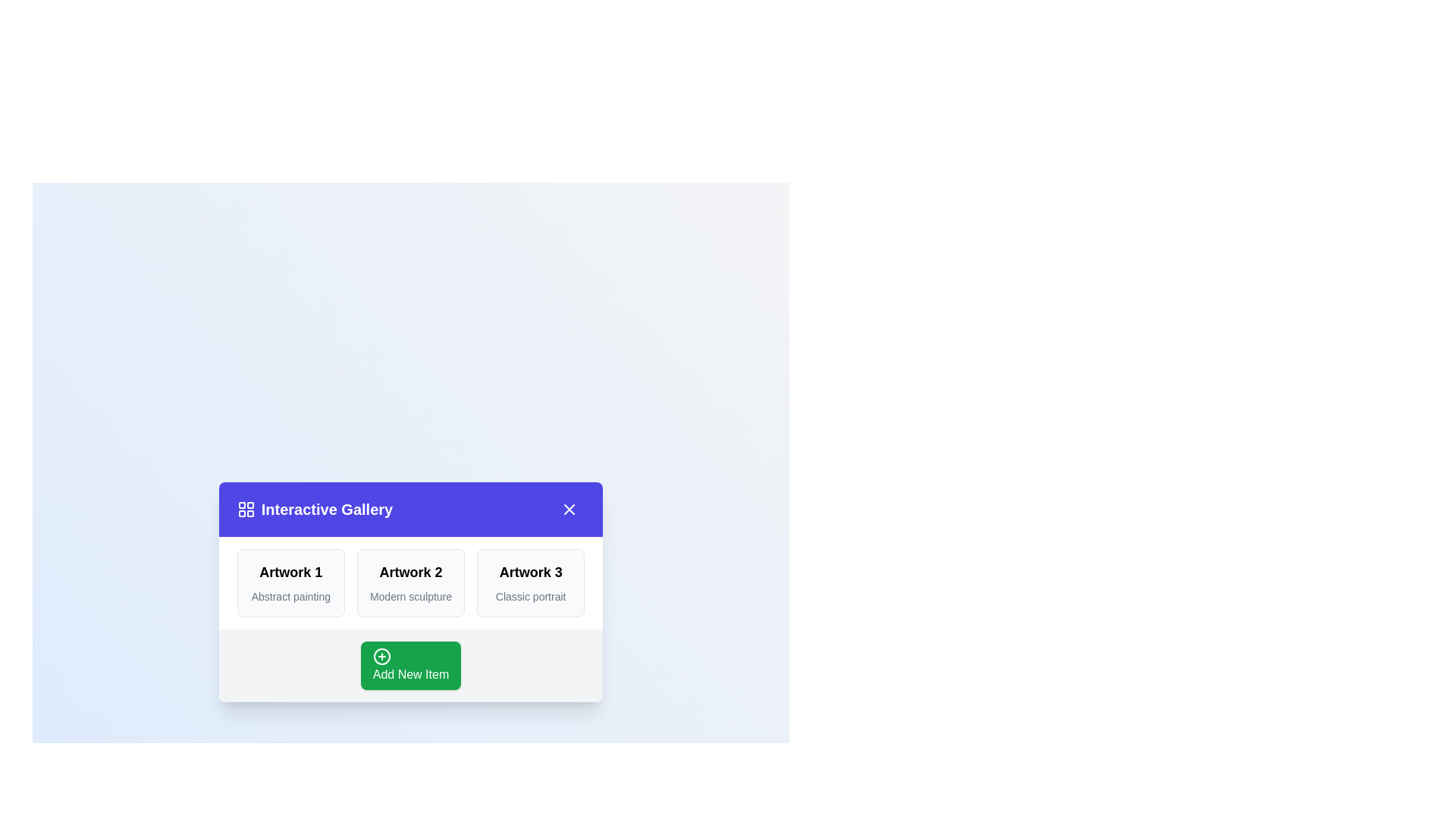  I want to click on the 'Add New Item' button to add a new item to the gallery, so click(411, 665).